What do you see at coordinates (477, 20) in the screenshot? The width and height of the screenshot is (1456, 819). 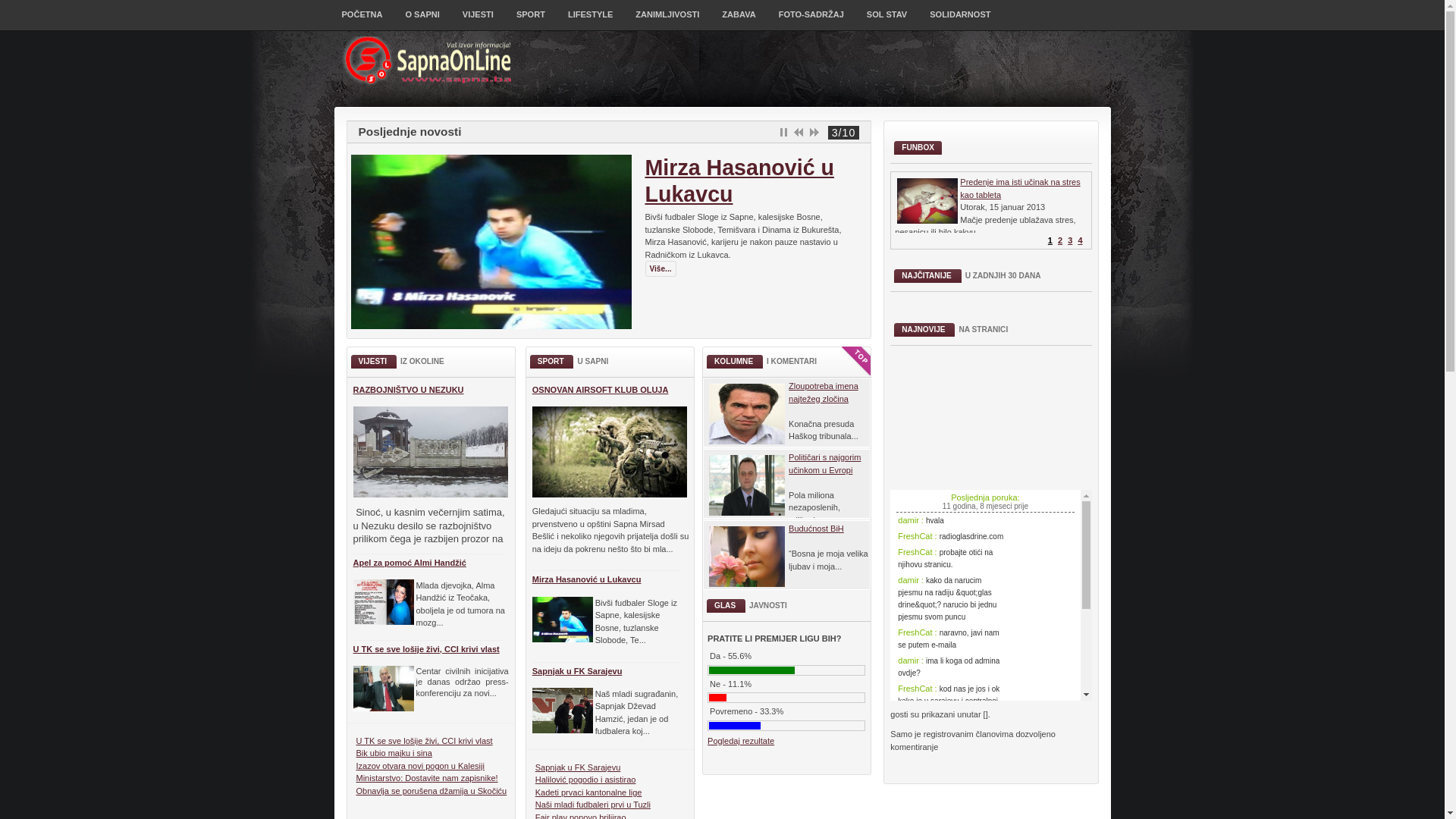 I see `'VIJESTI'` at bounding box center [477, 20].